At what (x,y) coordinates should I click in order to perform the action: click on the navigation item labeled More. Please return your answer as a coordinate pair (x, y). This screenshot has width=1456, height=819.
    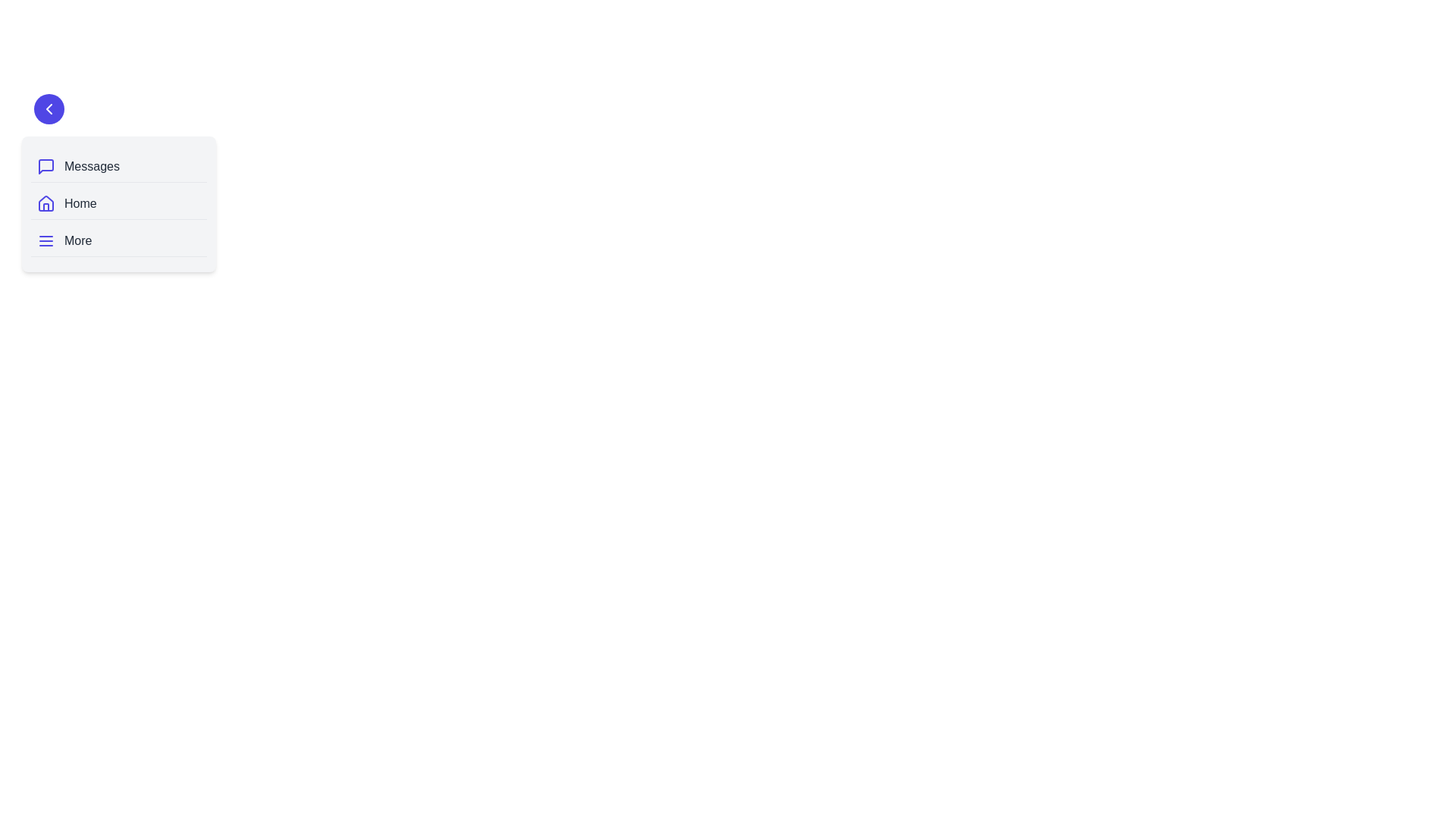
    Looking at the image, I should click on (118, 240).